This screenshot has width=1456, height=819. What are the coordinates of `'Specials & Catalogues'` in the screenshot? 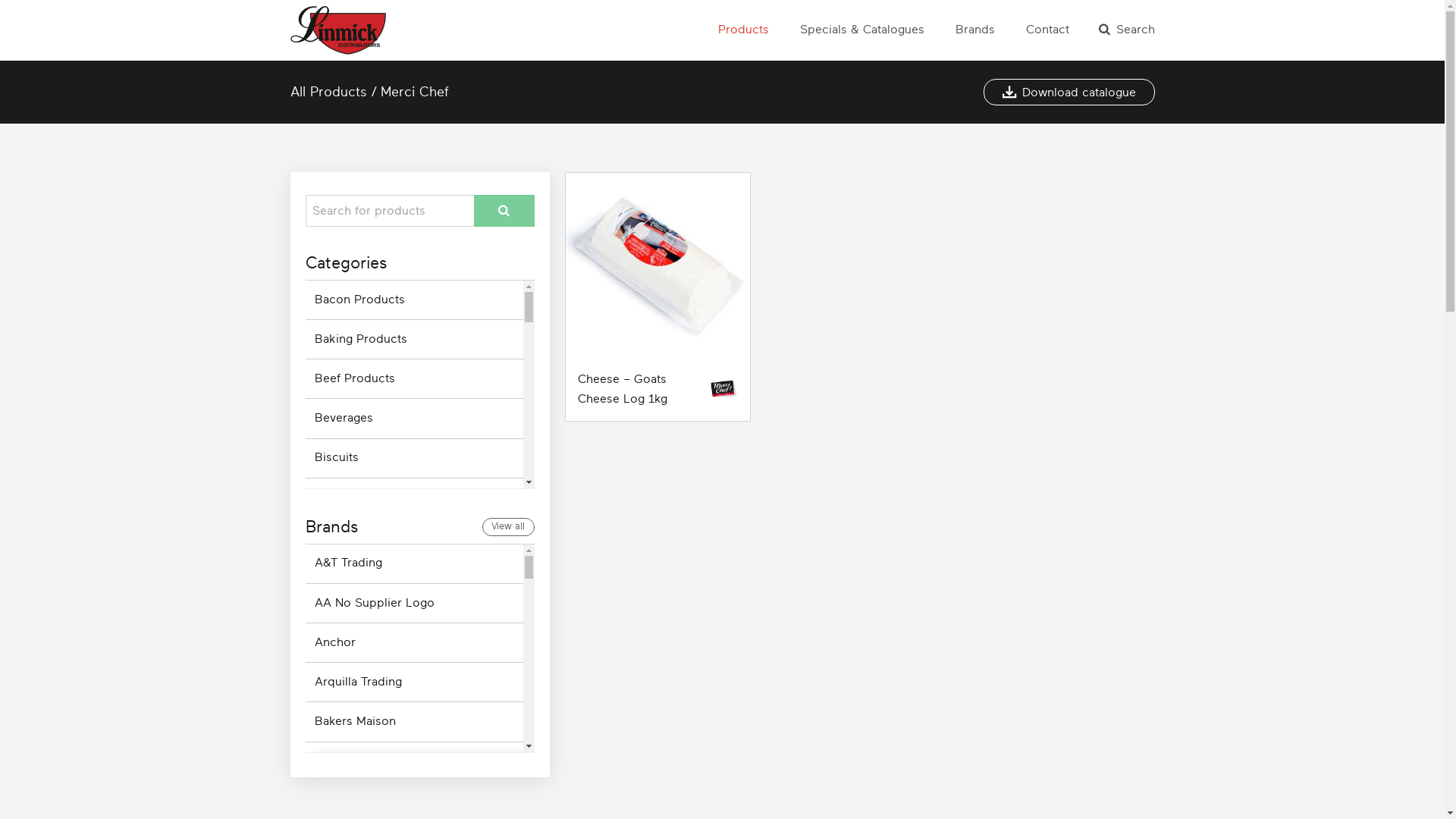 It's located at (861, 30).